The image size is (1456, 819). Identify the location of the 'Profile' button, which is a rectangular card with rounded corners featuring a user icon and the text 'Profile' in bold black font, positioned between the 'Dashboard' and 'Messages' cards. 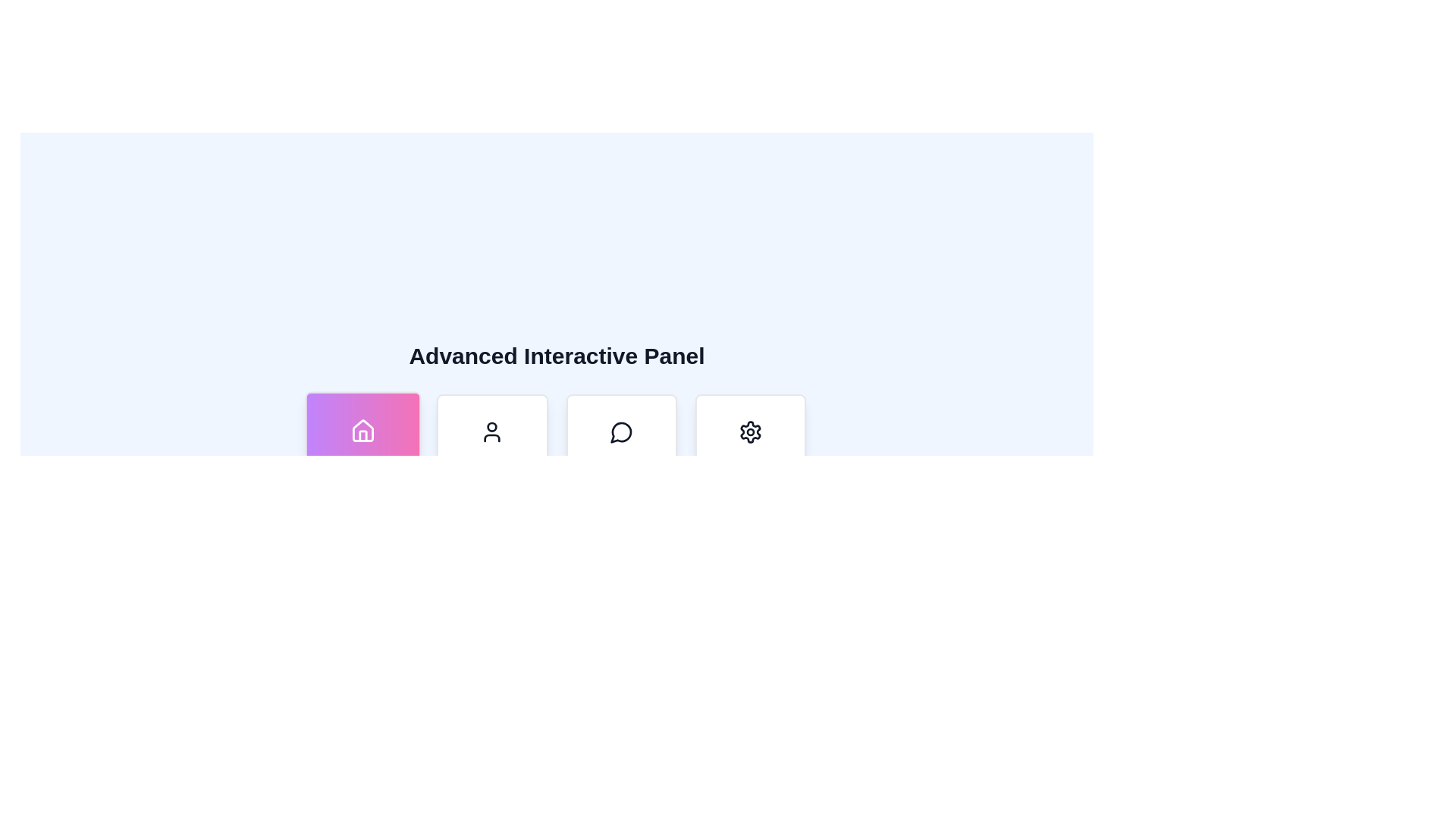
(492, 447).